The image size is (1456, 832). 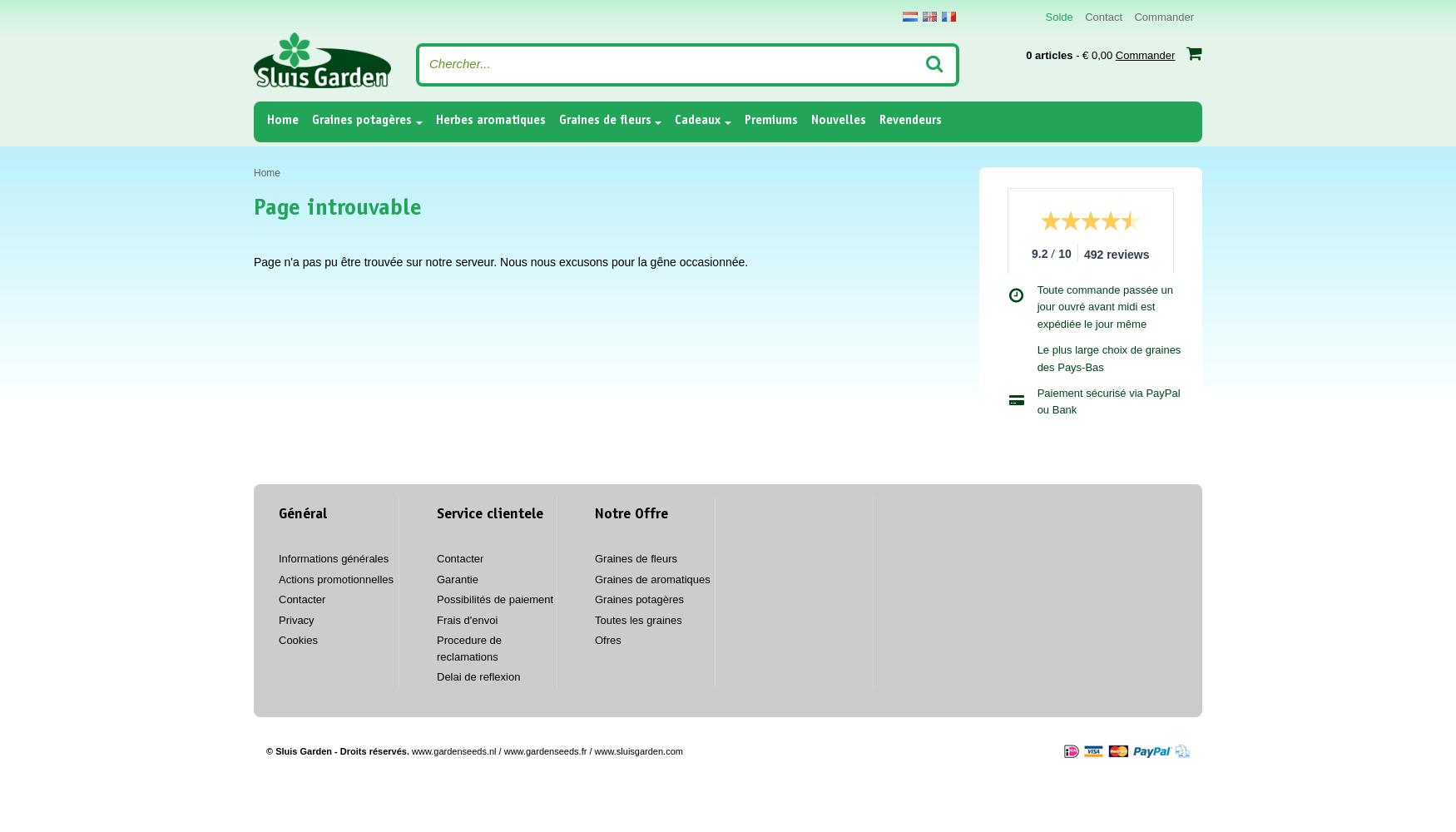 I want to click on 'Revendeurs', so click(x=877, y=121).